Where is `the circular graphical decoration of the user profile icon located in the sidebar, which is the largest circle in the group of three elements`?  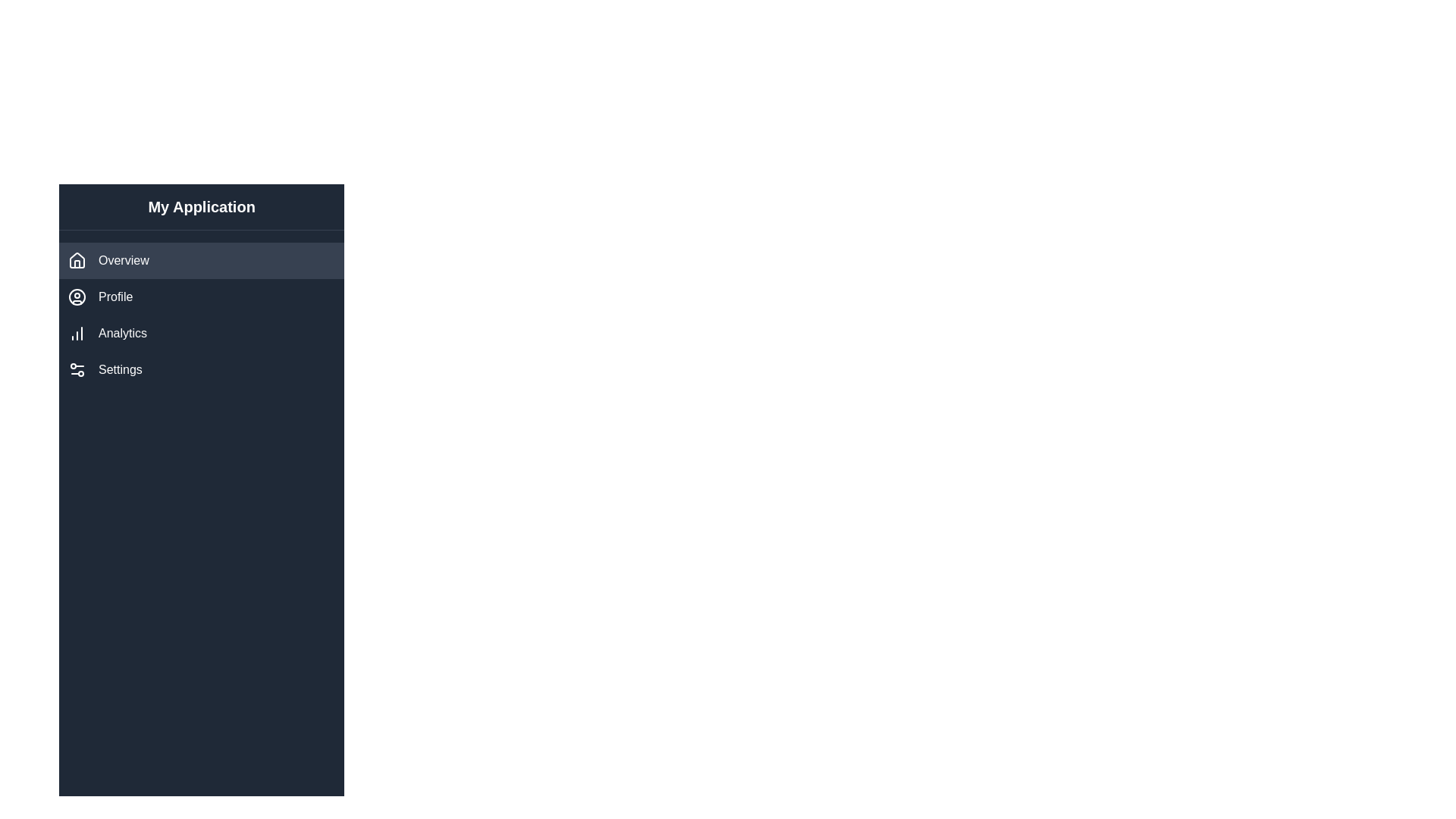
the circular graphical decoration of the user profile icon located in the sidebar, which is the largest circle in the group of three elements is located at coordinates (76, 297).